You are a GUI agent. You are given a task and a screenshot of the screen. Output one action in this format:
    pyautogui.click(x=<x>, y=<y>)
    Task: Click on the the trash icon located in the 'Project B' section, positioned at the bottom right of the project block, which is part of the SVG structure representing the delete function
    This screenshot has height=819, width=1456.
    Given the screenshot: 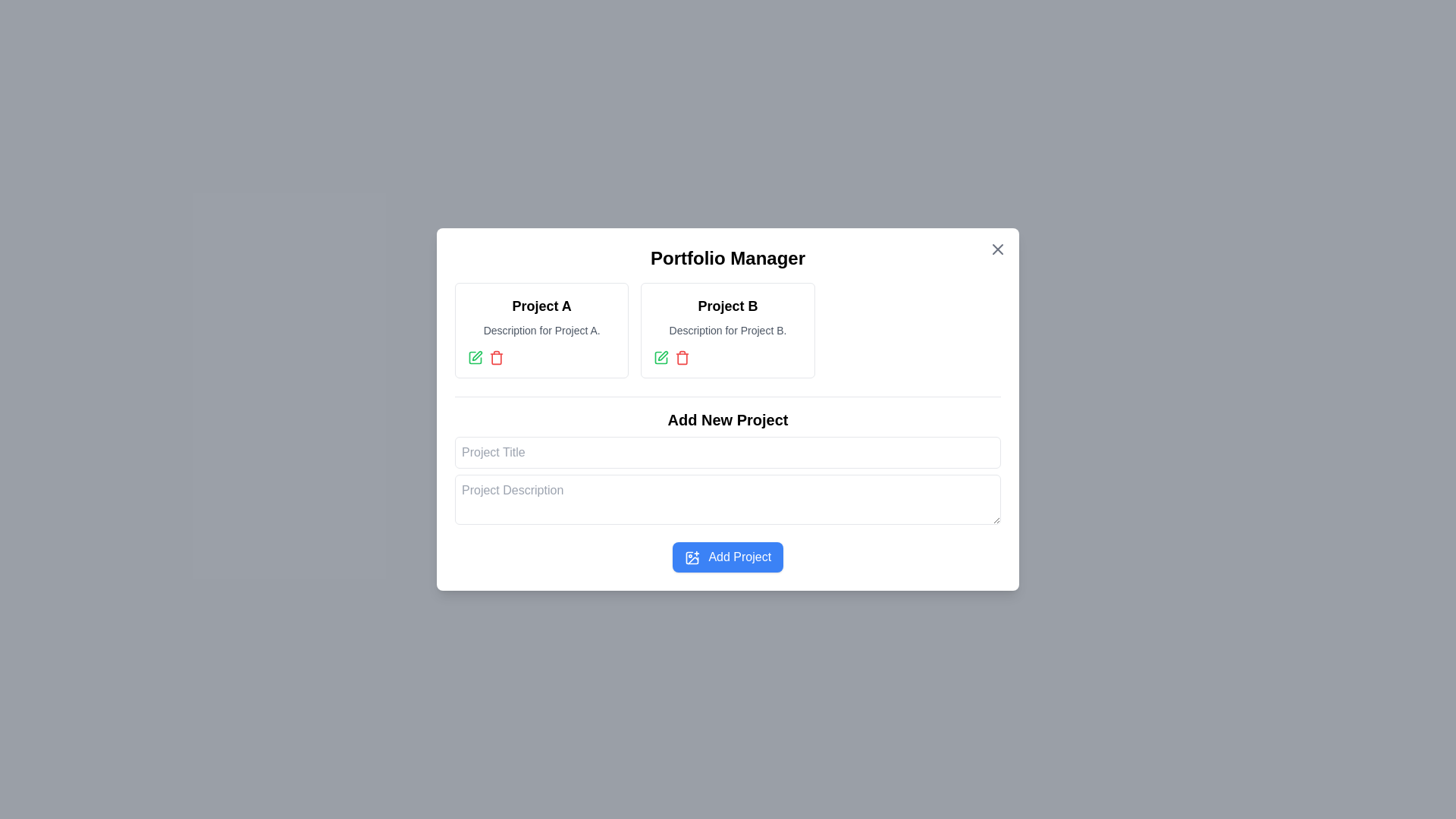 What is the action you would take?
    pyautogui.click(x=682, y=359)
    